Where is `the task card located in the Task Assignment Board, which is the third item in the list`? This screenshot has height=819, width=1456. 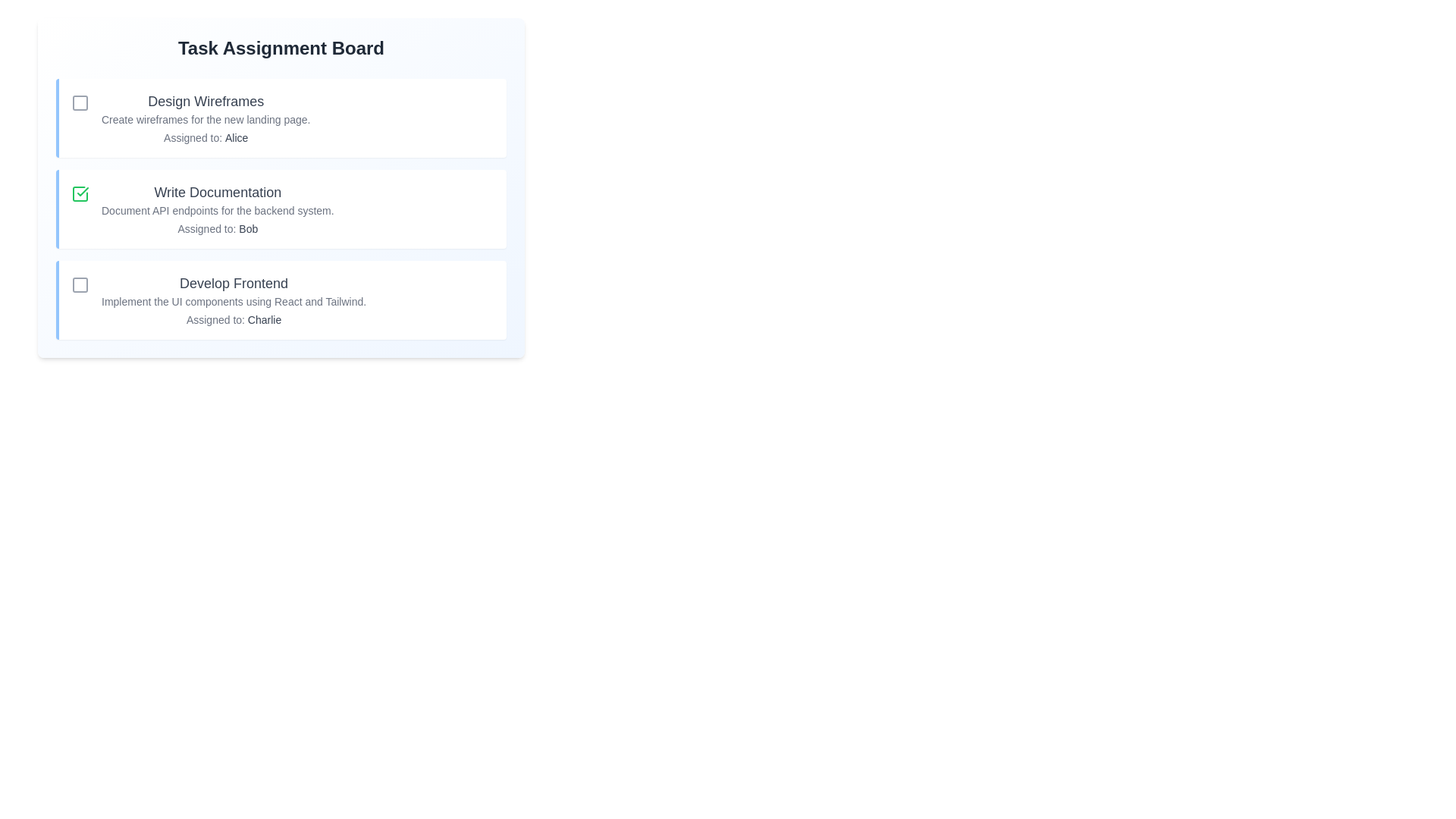 the task card located in the Task Assignment Board, which is the third item in the list is located at coordinates (233, 300).